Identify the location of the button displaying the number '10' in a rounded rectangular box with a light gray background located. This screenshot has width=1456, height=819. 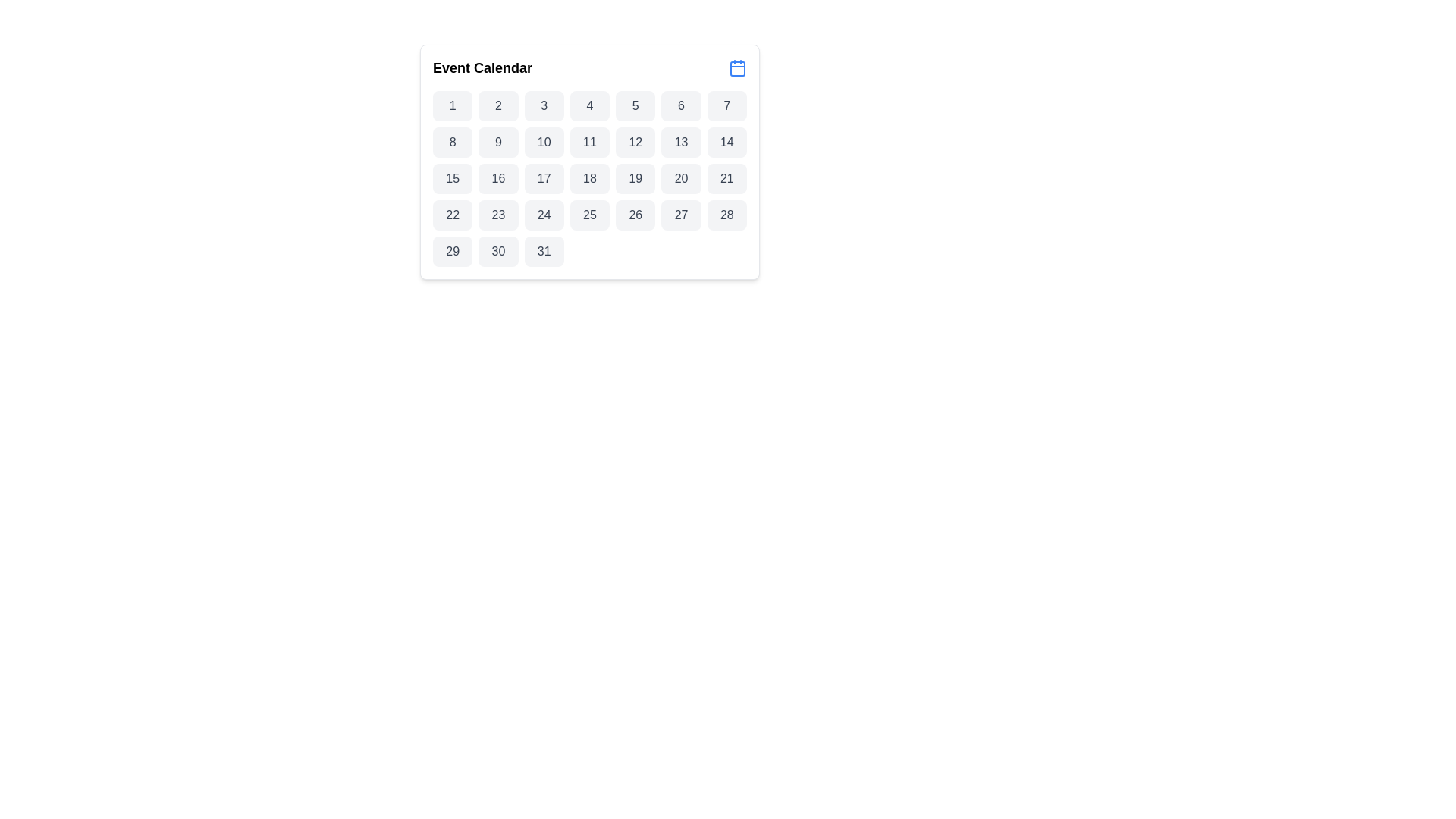
(544, 143).